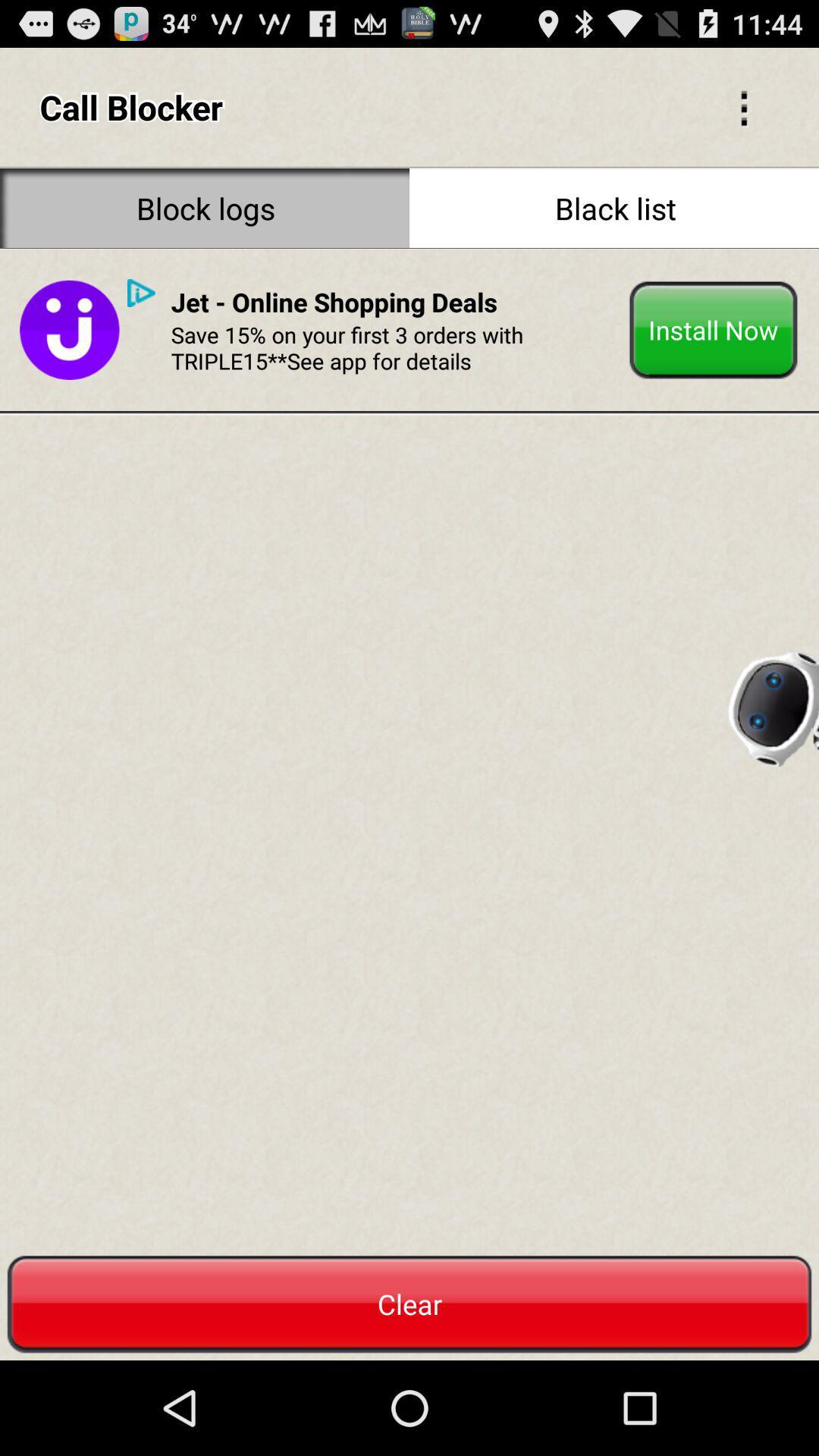  I want to click on more options icon, so click(743, 106).